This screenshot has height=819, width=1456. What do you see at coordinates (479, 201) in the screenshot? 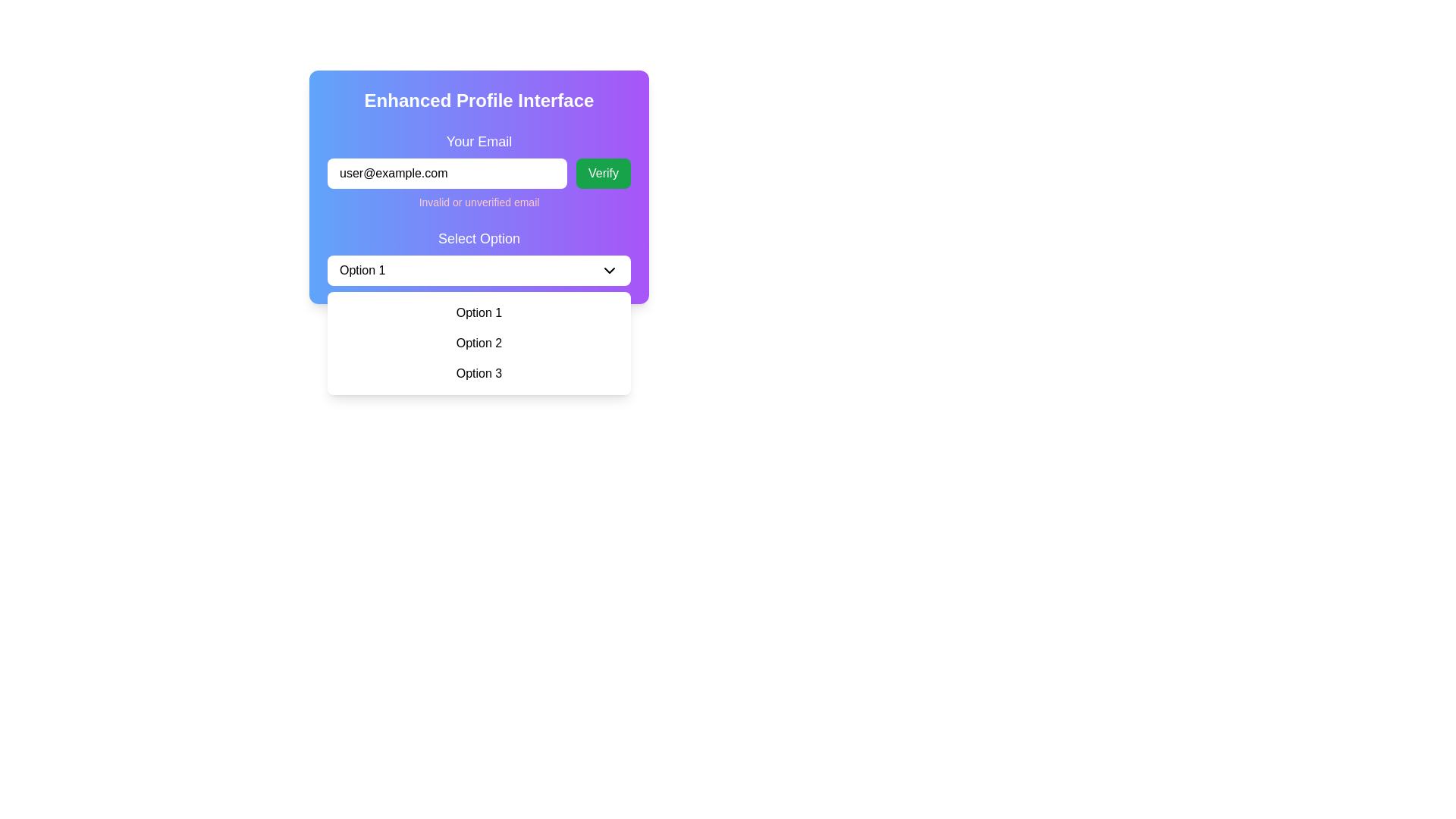
I see `the text label displaying 'Invalid or unverified email' located under the email input field and verify button` at bounding box center [479, 201].